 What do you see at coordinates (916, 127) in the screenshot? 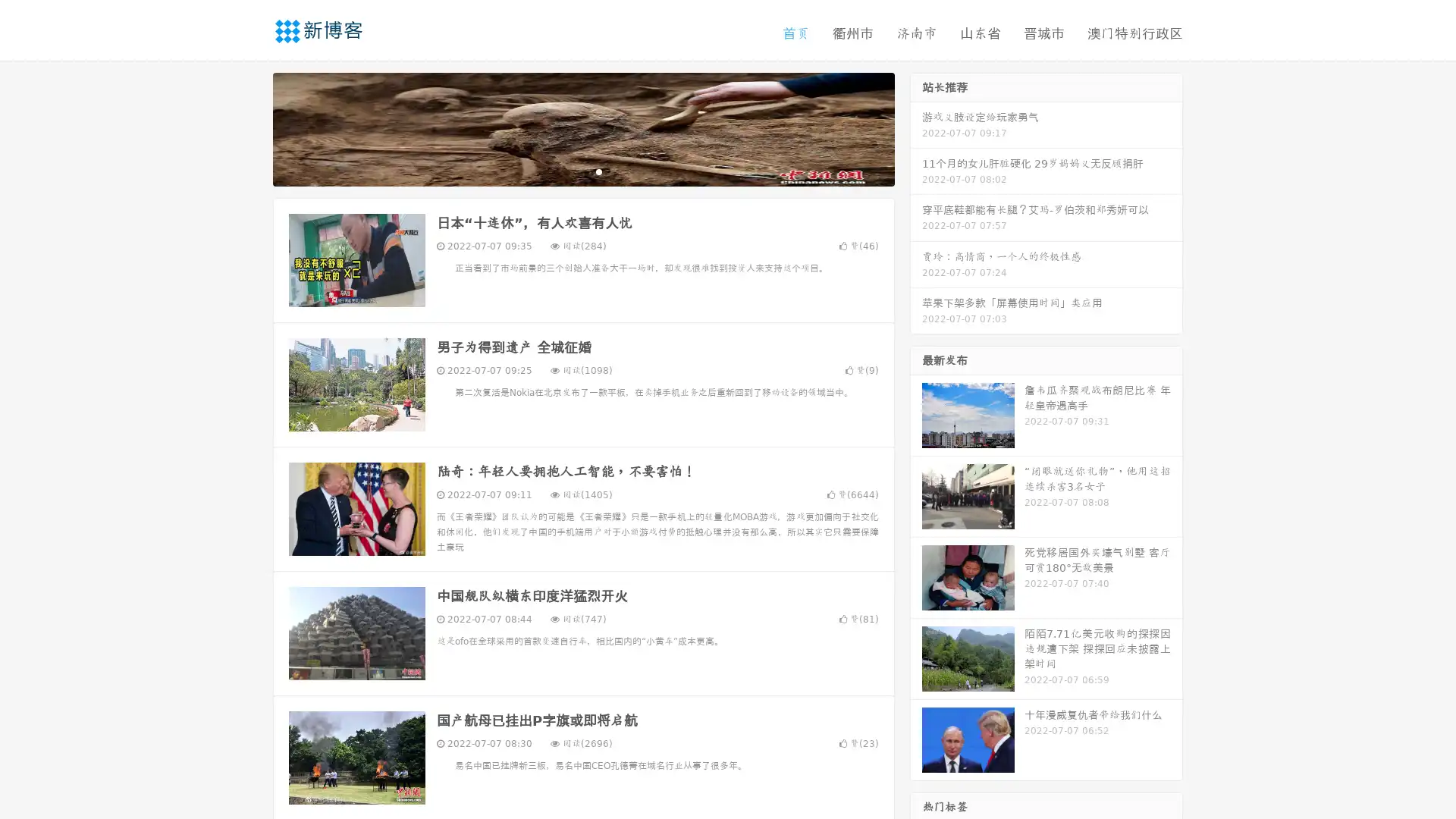
I see `Next slide` at bounding box center [916, 127].